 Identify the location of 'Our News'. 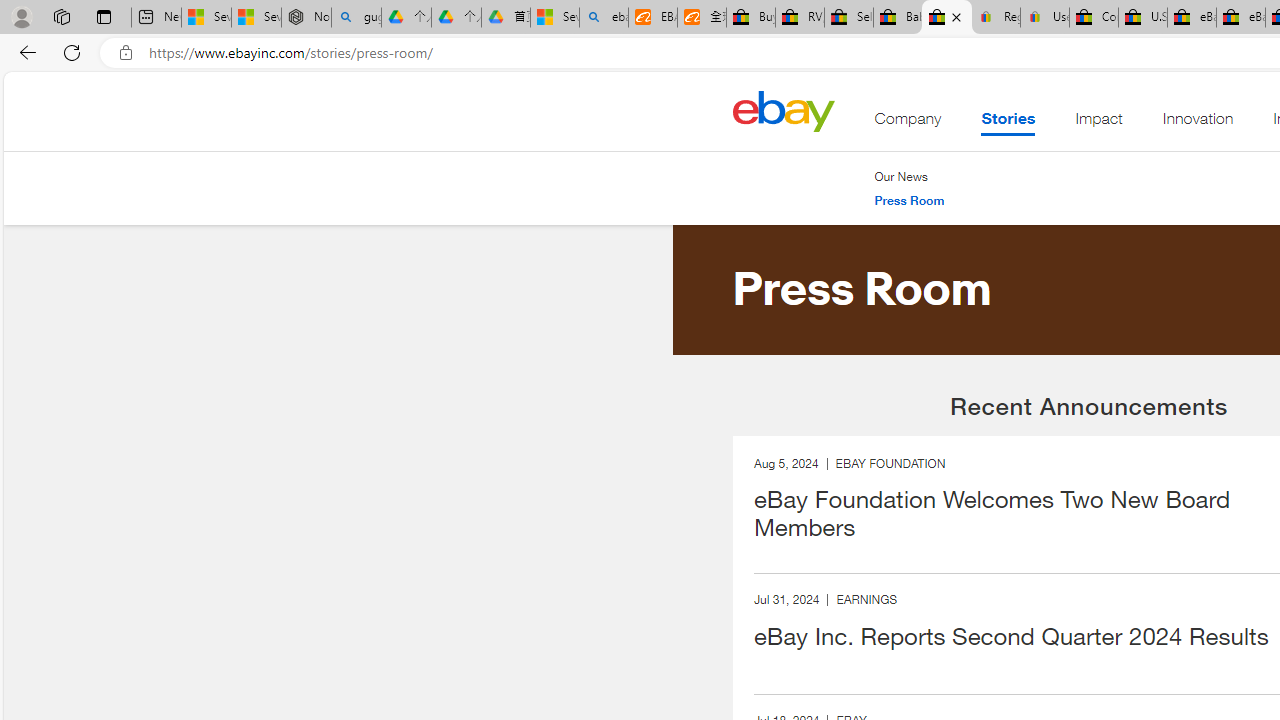
(900, 175).